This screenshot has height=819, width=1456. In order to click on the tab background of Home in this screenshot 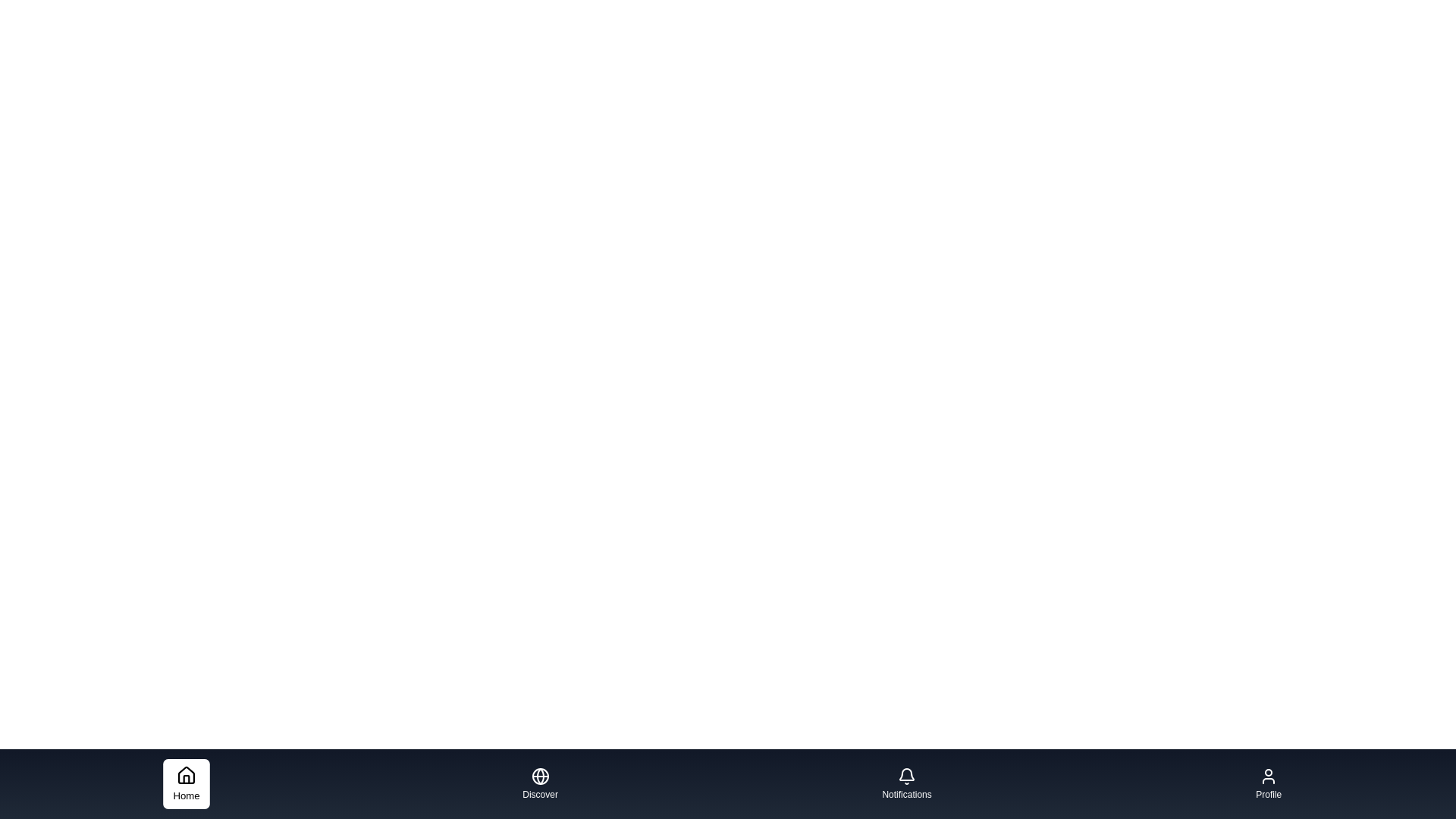, I will do `click(185, 783)`.